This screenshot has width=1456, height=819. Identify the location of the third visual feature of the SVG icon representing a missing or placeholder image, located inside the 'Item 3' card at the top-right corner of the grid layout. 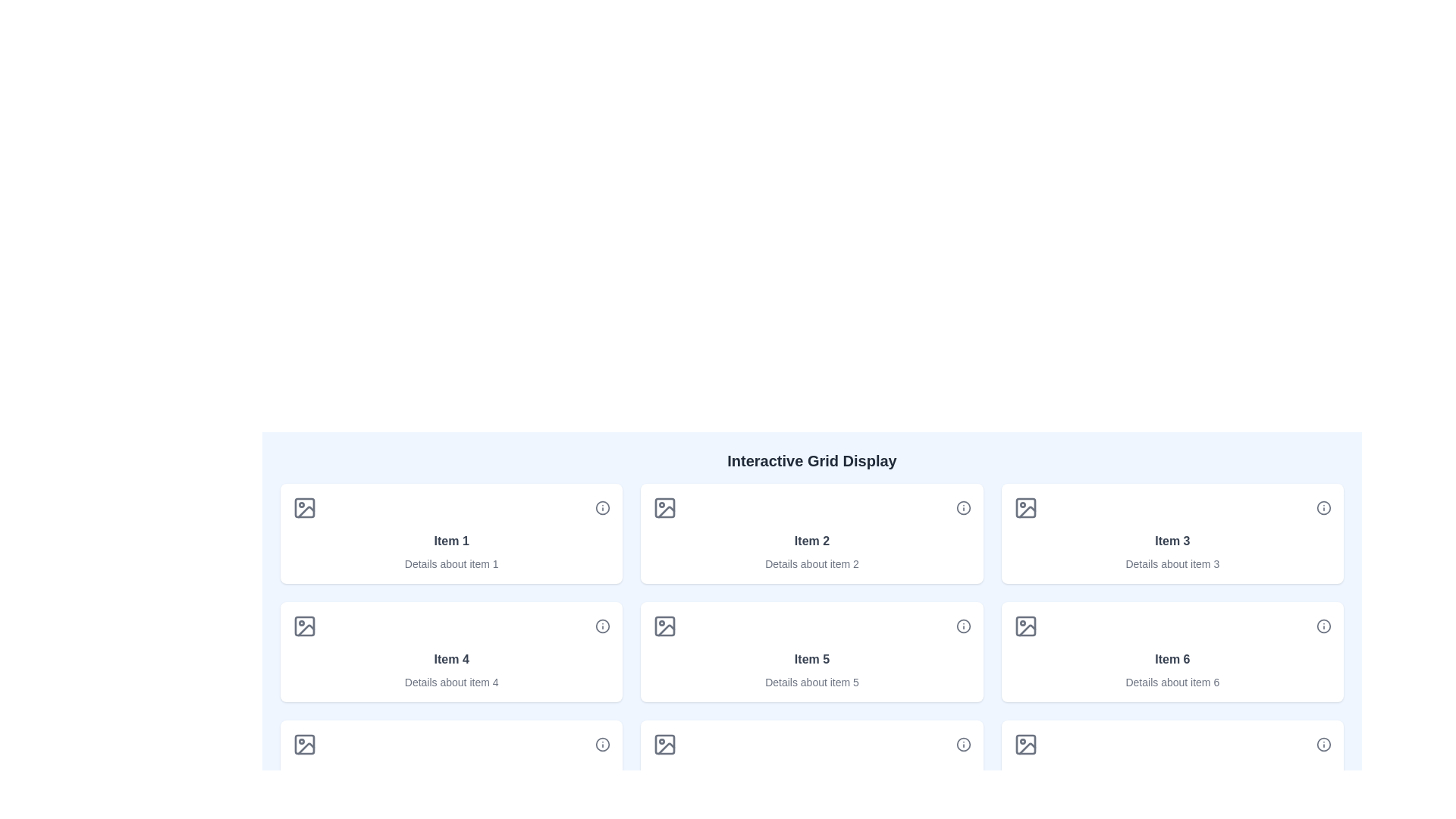
(1027, 512).